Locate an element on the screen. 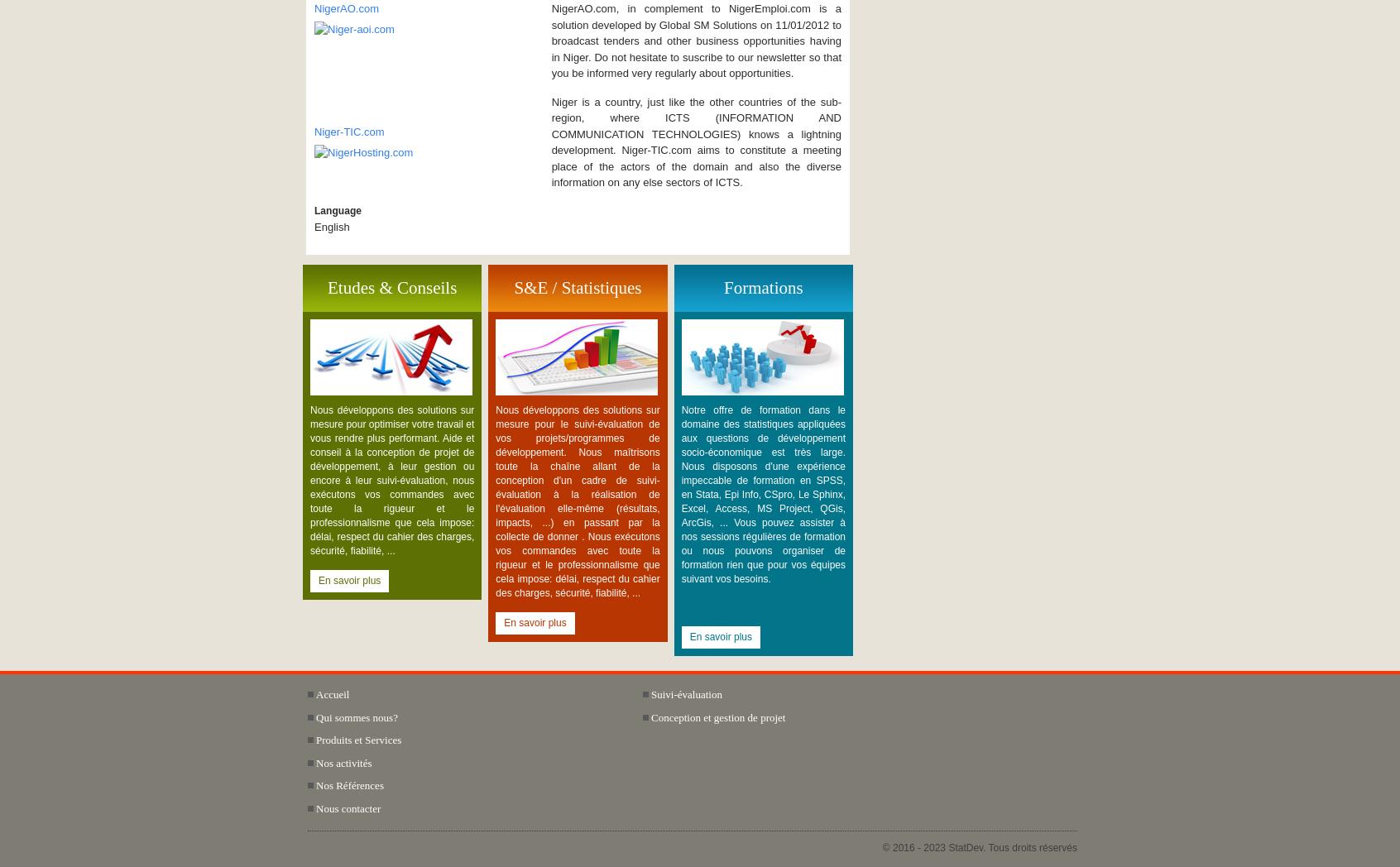 Image resolution: width=1400 pixels, height=867 pixels. 'Notre offre de formation dans le domaine des statistiques appliquées aux questions de développement socio-économique est très large. Nous disposons d'une expérience impeccable de formation en SPSS, en Stata, Epi Info, CSpro, Le Sphinx, Excel, Access, MS Project, QGis, ArcGis, ... Vous pouvez assister à nos sessions régulières de formation ou nous pouvons organiser de formation rien que pour vos équipes suivant vos besoins.' is located at coordinates (762, 494).